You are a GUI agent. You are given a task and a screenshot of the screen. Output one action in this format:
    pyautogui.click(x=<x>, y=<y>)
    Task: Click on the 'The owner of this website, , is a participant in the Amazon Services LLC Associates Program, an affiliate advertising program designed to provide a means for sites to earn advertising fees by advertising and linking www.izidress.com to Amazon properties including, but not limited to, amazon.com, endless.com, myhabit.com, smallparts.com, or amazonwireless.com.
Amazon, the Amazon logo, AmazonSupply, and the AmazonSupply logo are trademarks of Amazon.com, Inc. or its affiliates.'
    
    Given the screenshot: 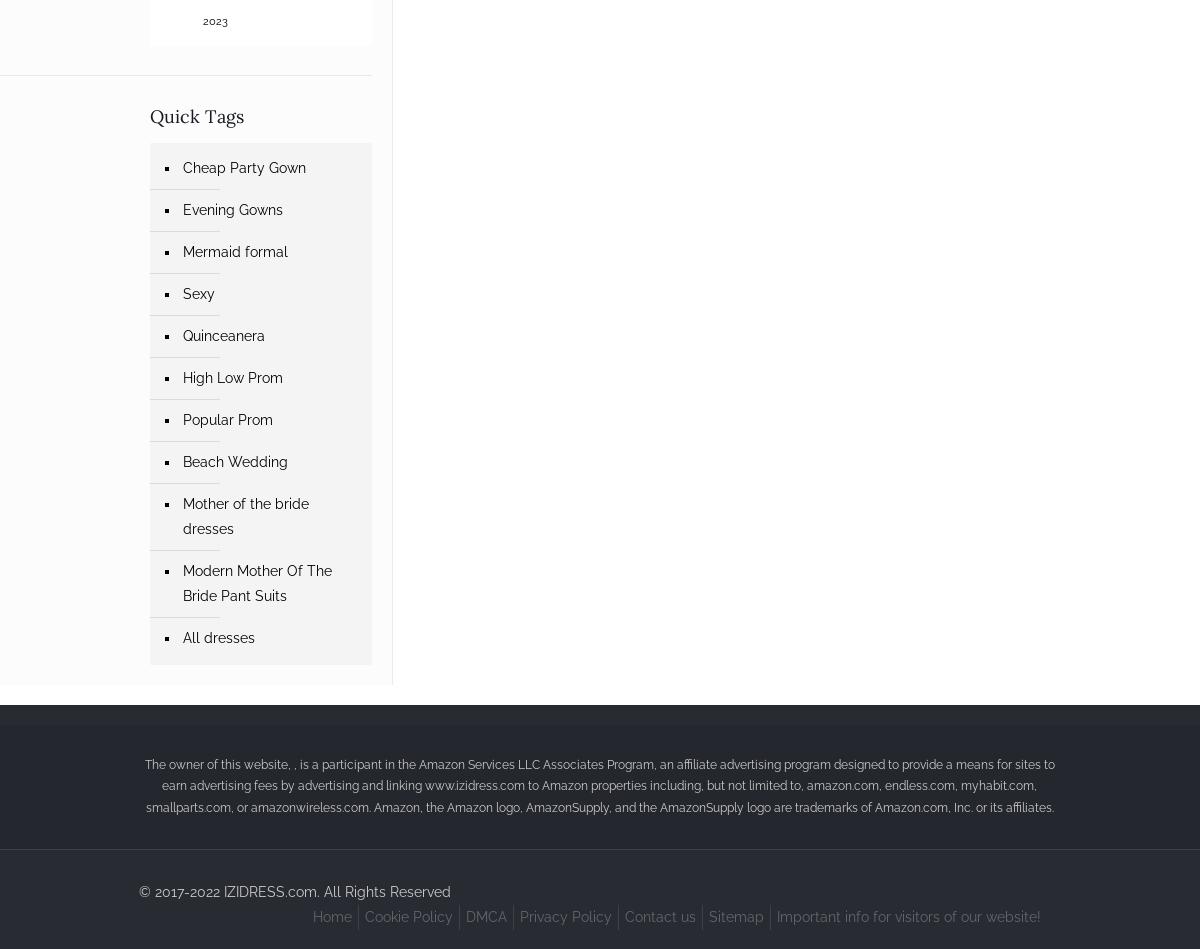 What is the action you would take?
    pyautogui.click(x=144, y=785)
    